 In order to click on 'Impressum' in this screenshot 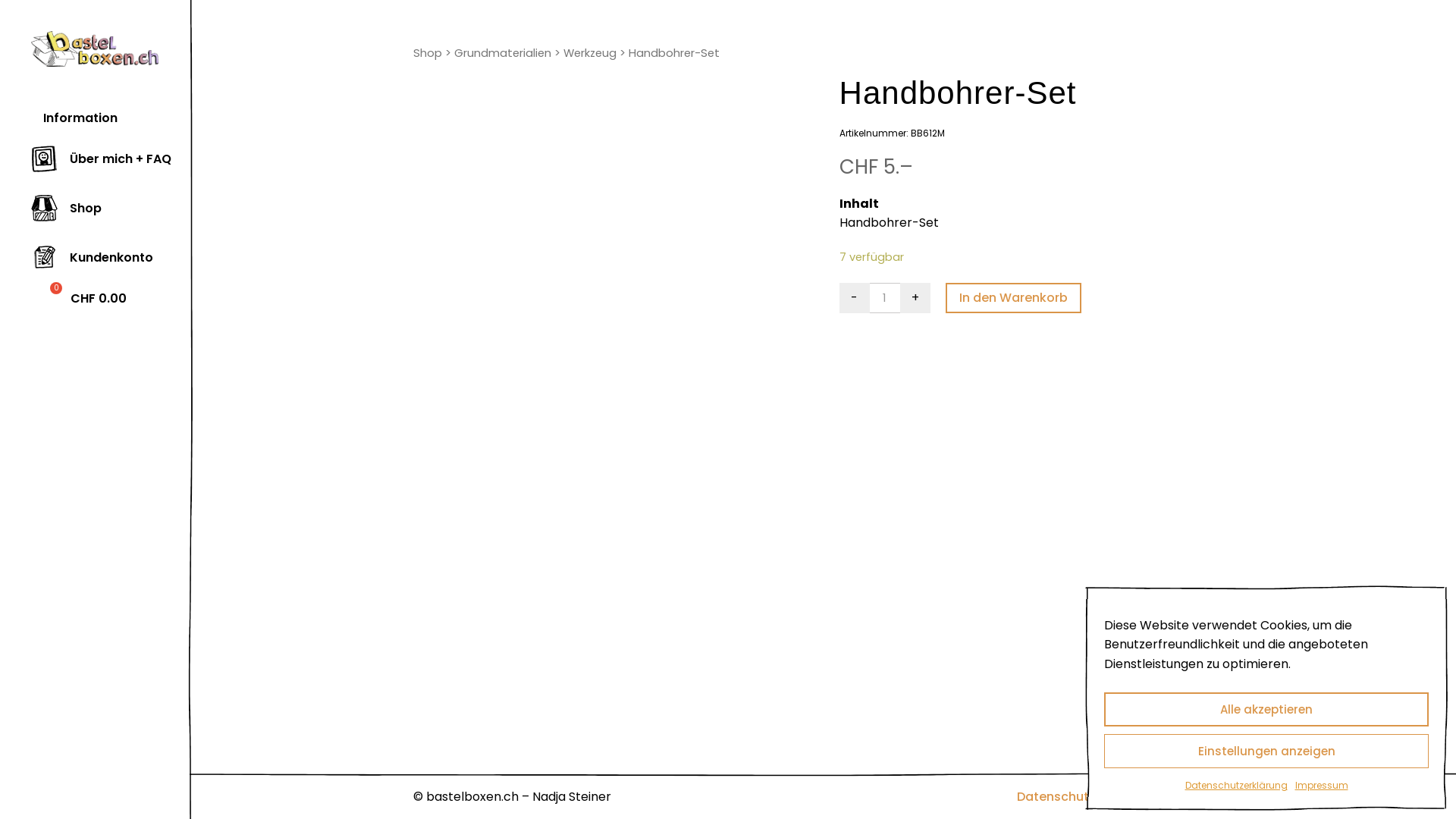, I will do `click(1320, 785)`.